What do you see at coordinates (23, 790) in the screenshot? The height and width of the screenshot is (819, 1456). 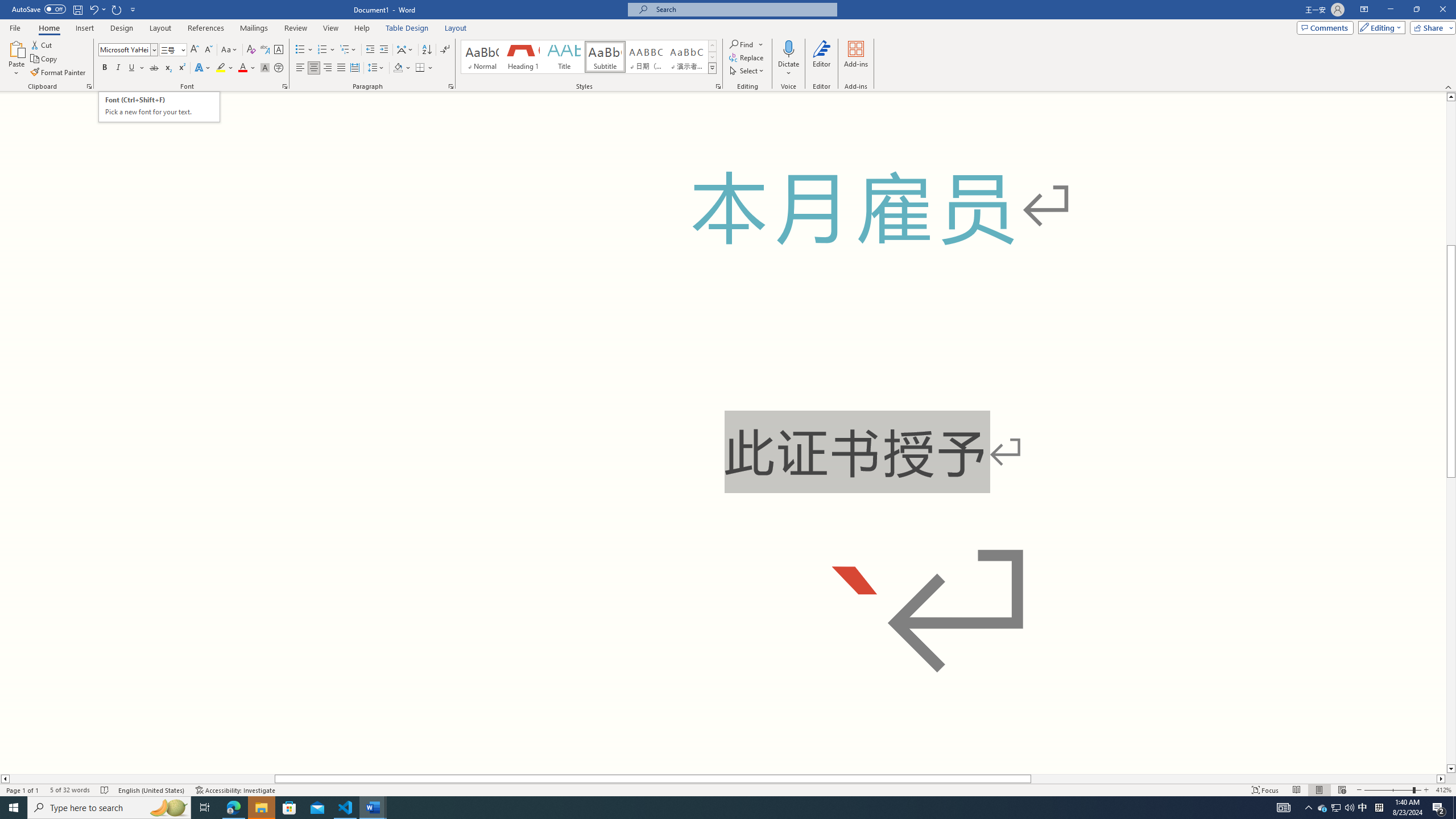 I see `'Page Number Page 1 of 1'` at bounding box center [23, 790].